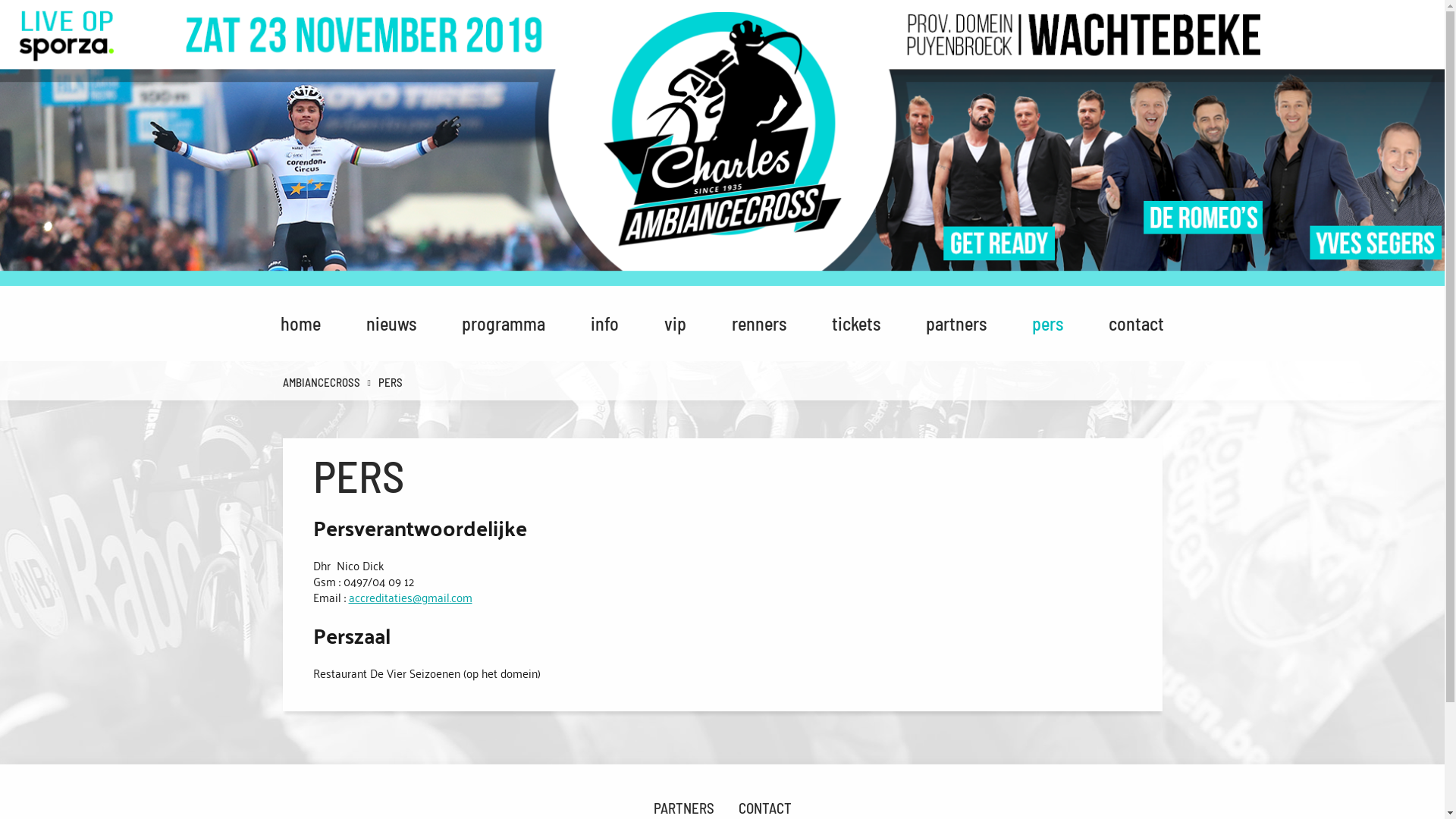  Describe the element at coordinates (300, 322) in the screenshot. I see `'home'` at that location.